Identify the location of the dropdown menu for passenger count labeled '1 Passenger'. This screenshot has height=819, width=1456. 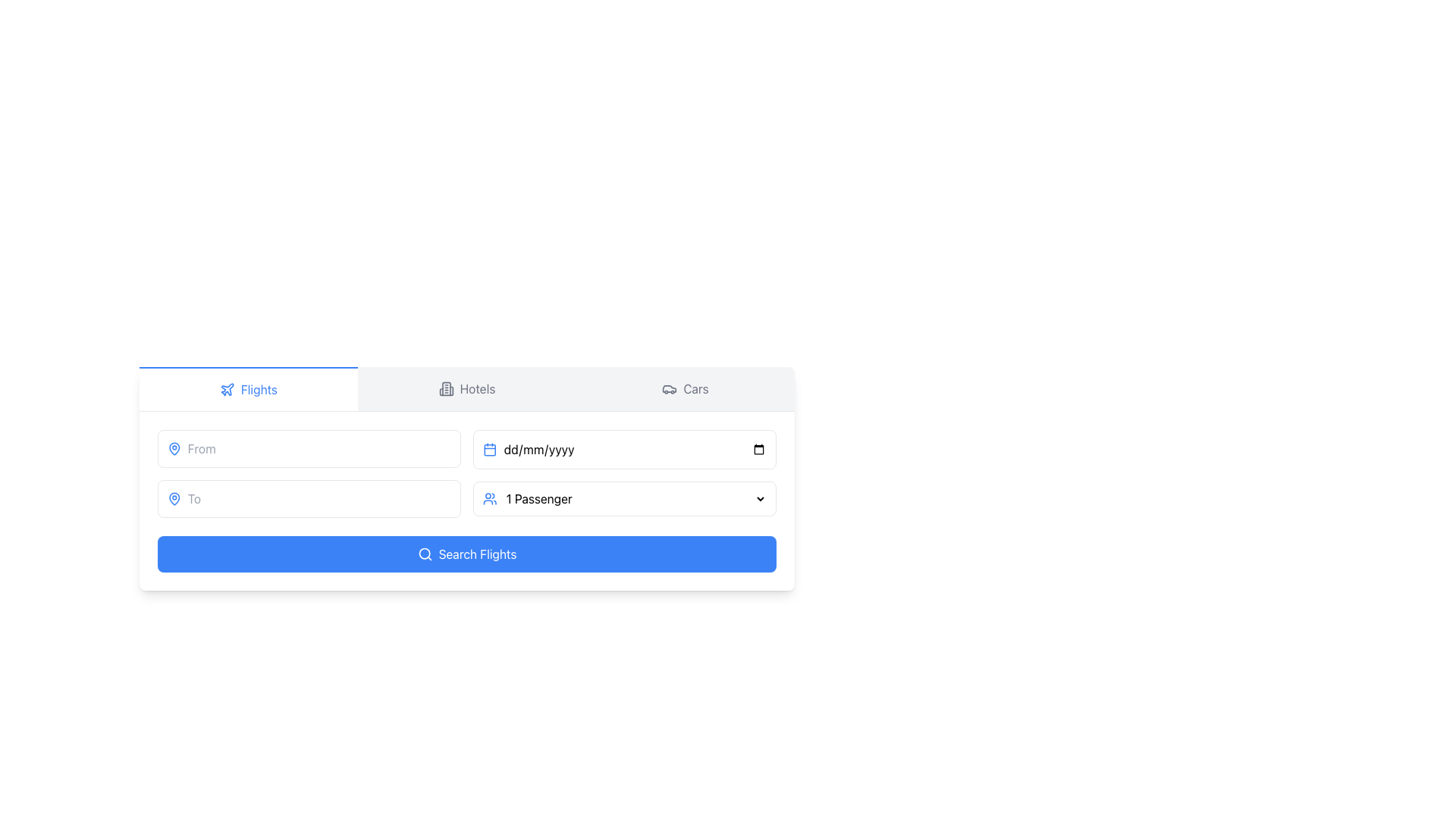
(635, 499).